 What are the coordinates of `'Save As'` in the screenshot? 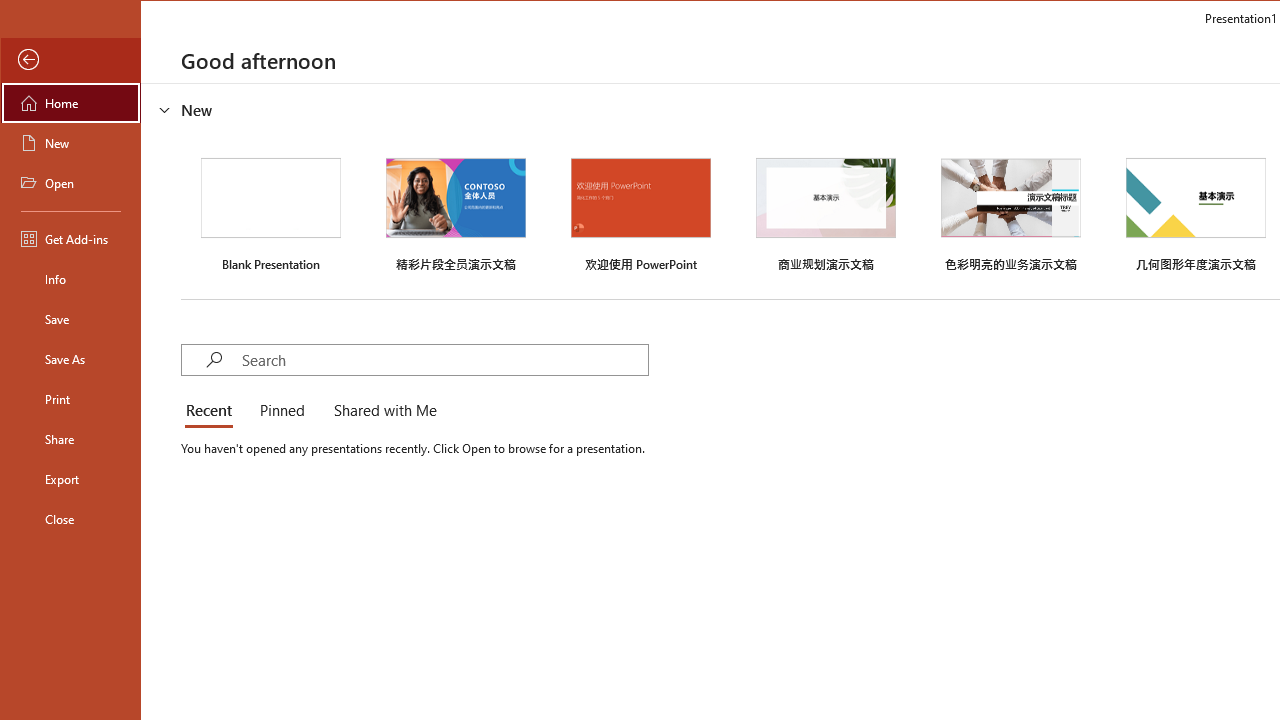 It's located at (71, 357).